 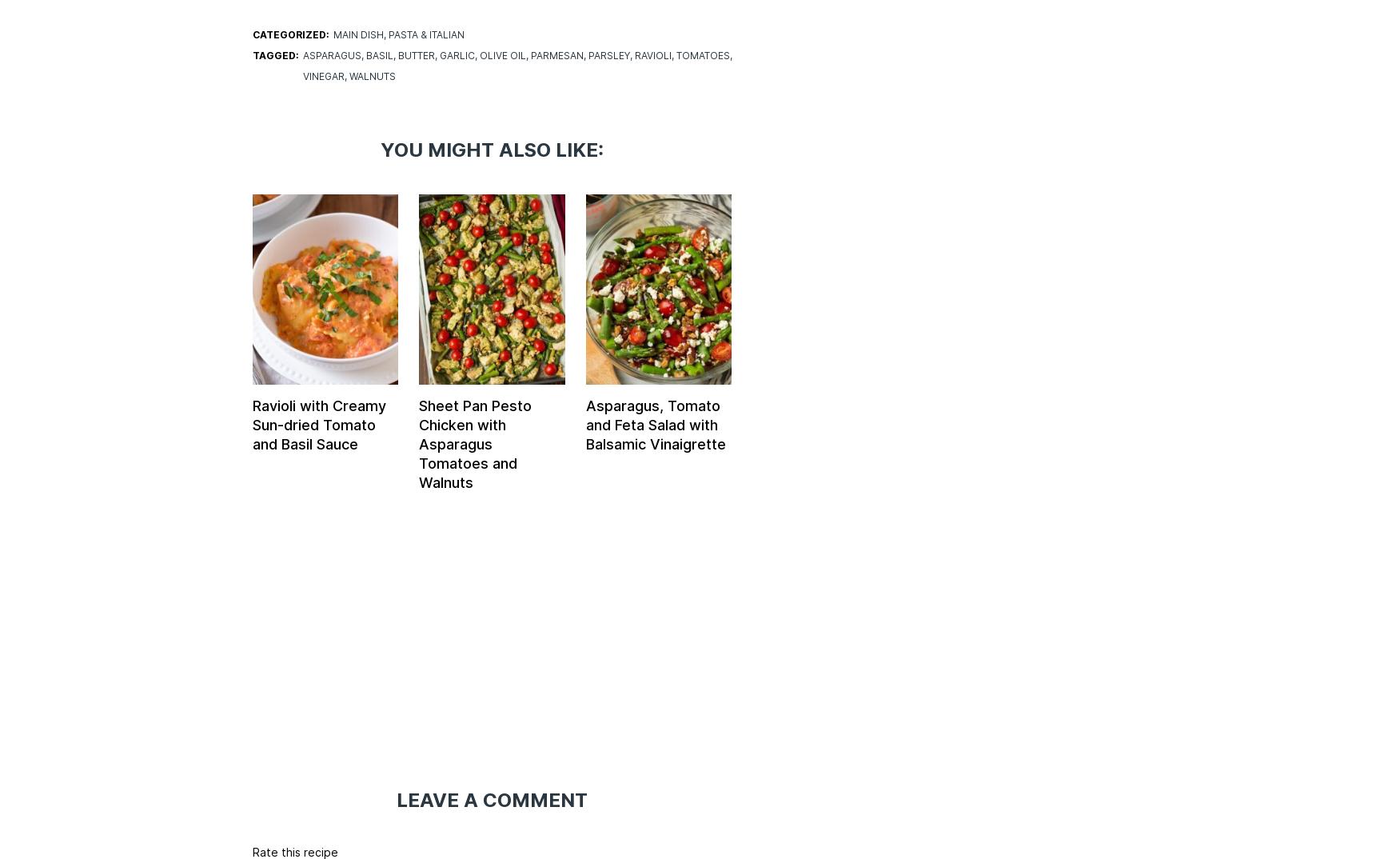 I want to click on 'Pasta & Italian', so click(x=425, y=34).